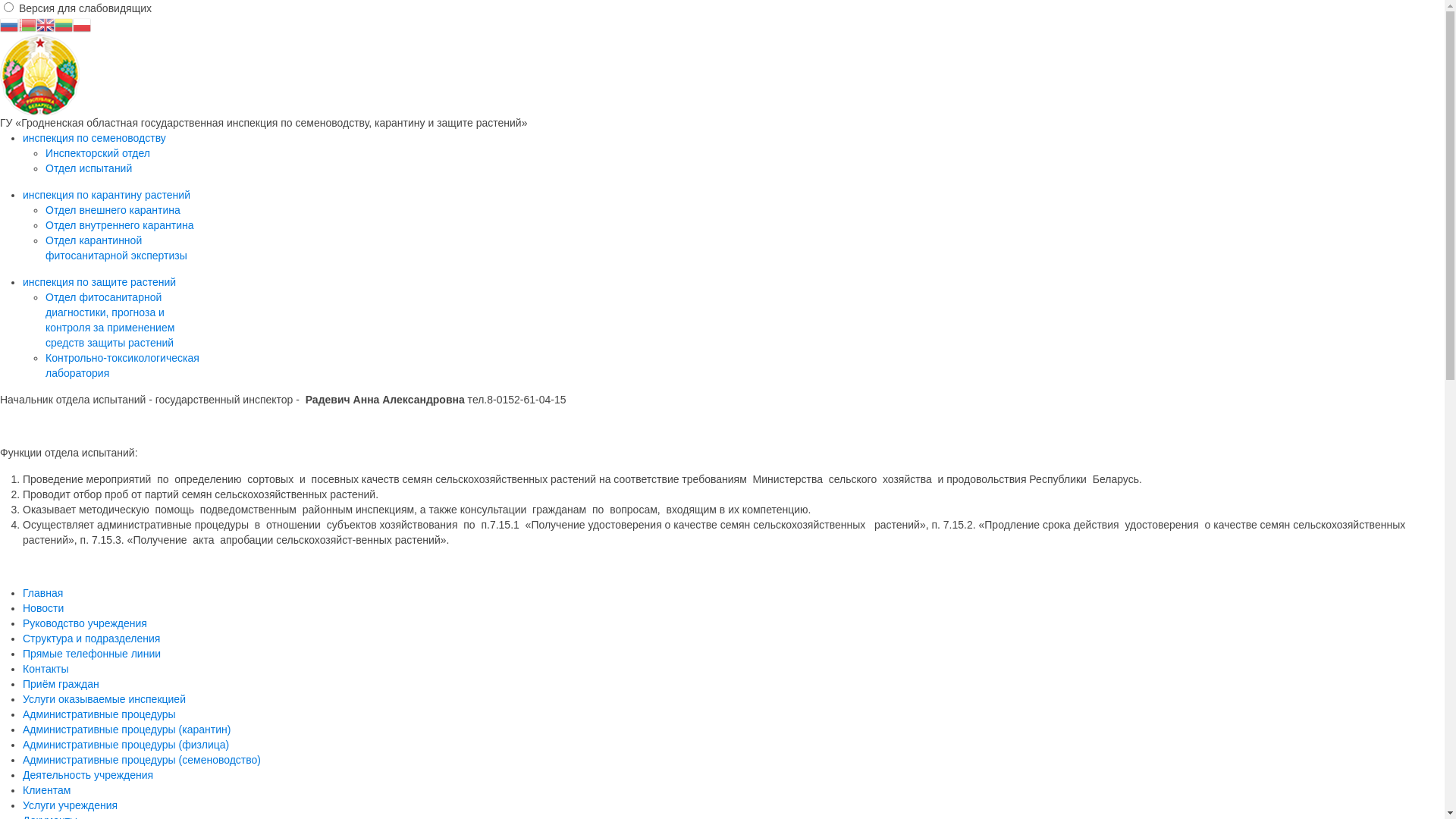 Image resolution: width=1456 pixels, height=819 pixels. What do you see at coordinates (62, 24) in the screenshot?
I see `'Lithuanian'` at bounding box center [62, 24].